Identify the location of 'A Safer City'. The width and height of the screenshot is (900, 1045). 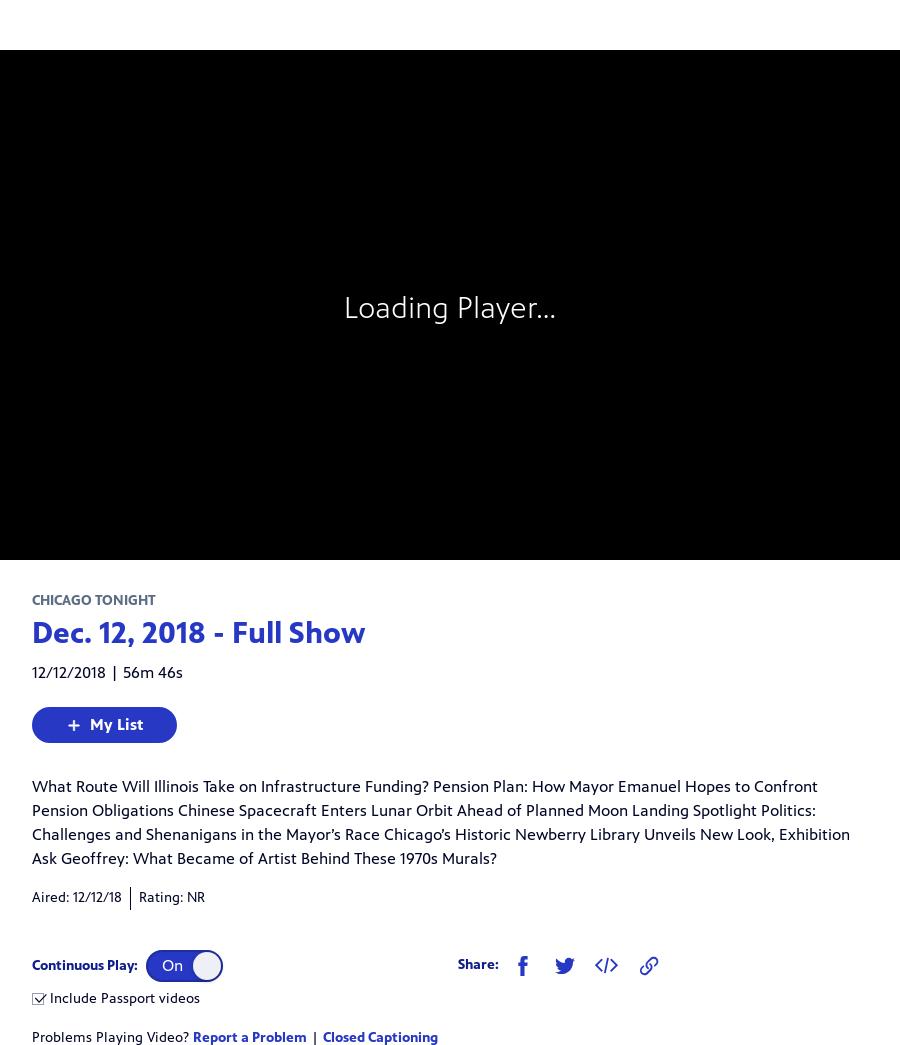
(111, 547).